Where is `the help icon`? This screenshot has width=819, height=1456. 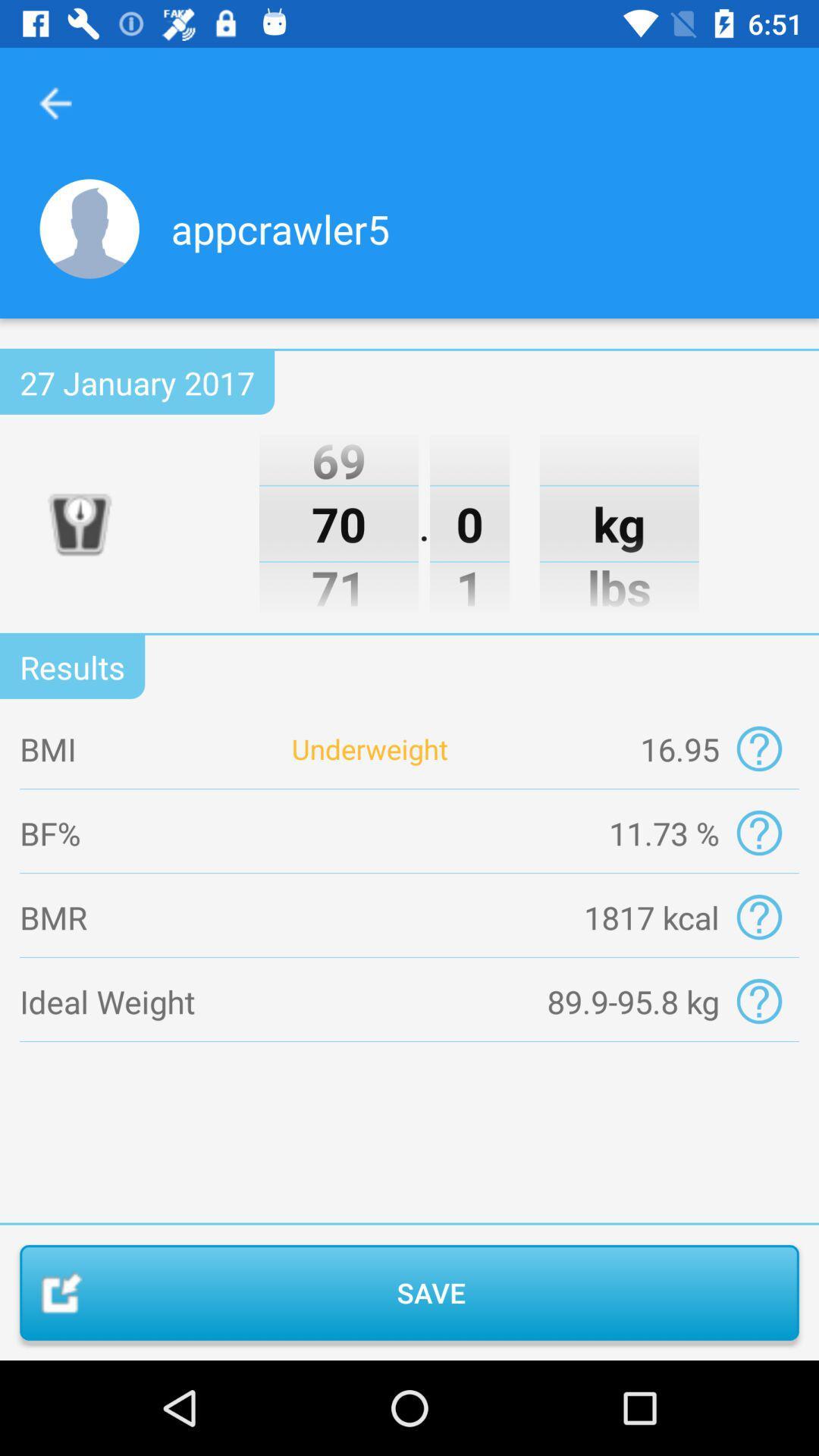
the help icon is located at coordinates (759, 832).